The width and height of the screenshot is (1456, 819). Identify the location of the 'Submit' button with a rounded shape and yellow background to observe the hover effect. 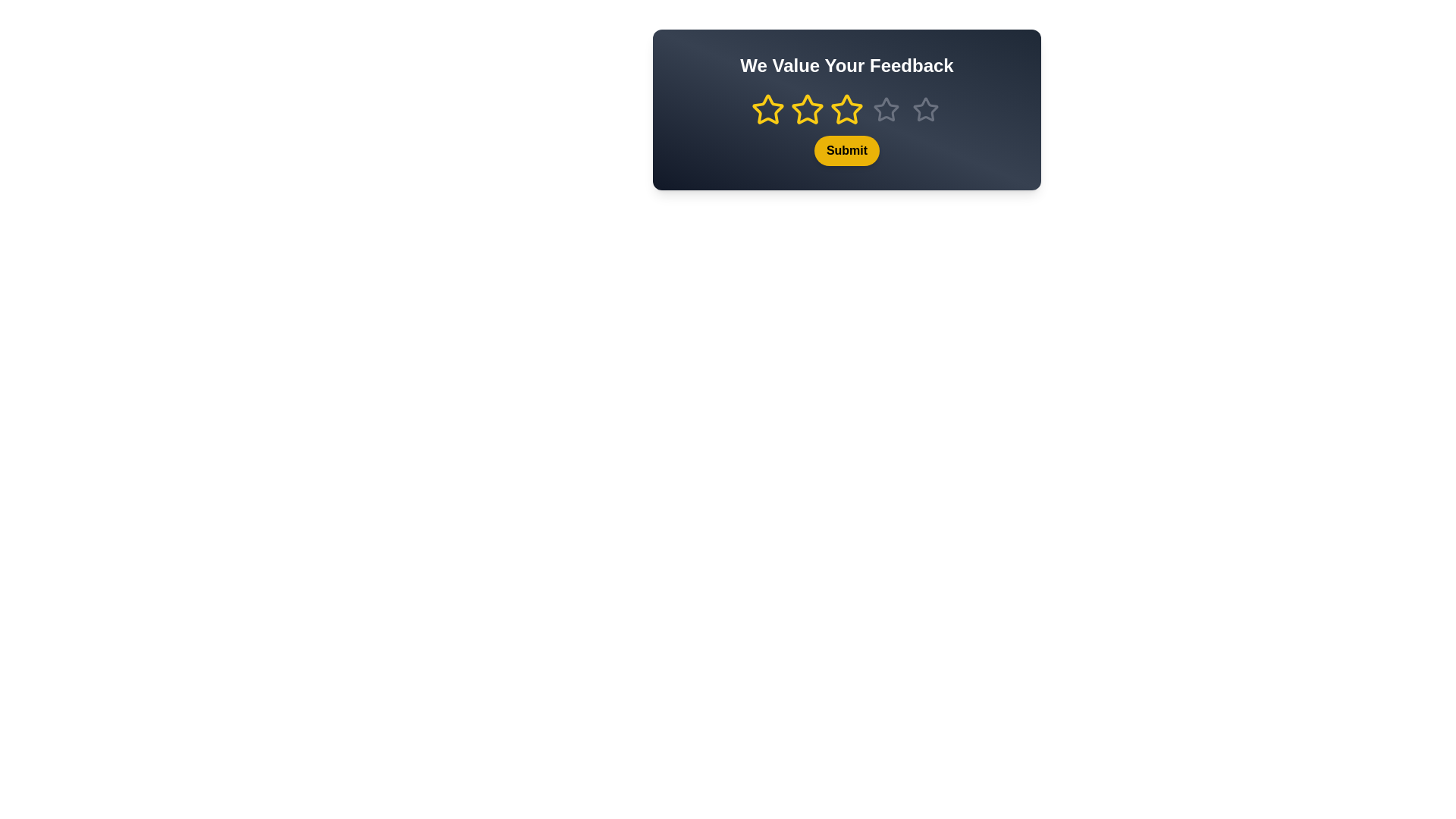
(846, 130).